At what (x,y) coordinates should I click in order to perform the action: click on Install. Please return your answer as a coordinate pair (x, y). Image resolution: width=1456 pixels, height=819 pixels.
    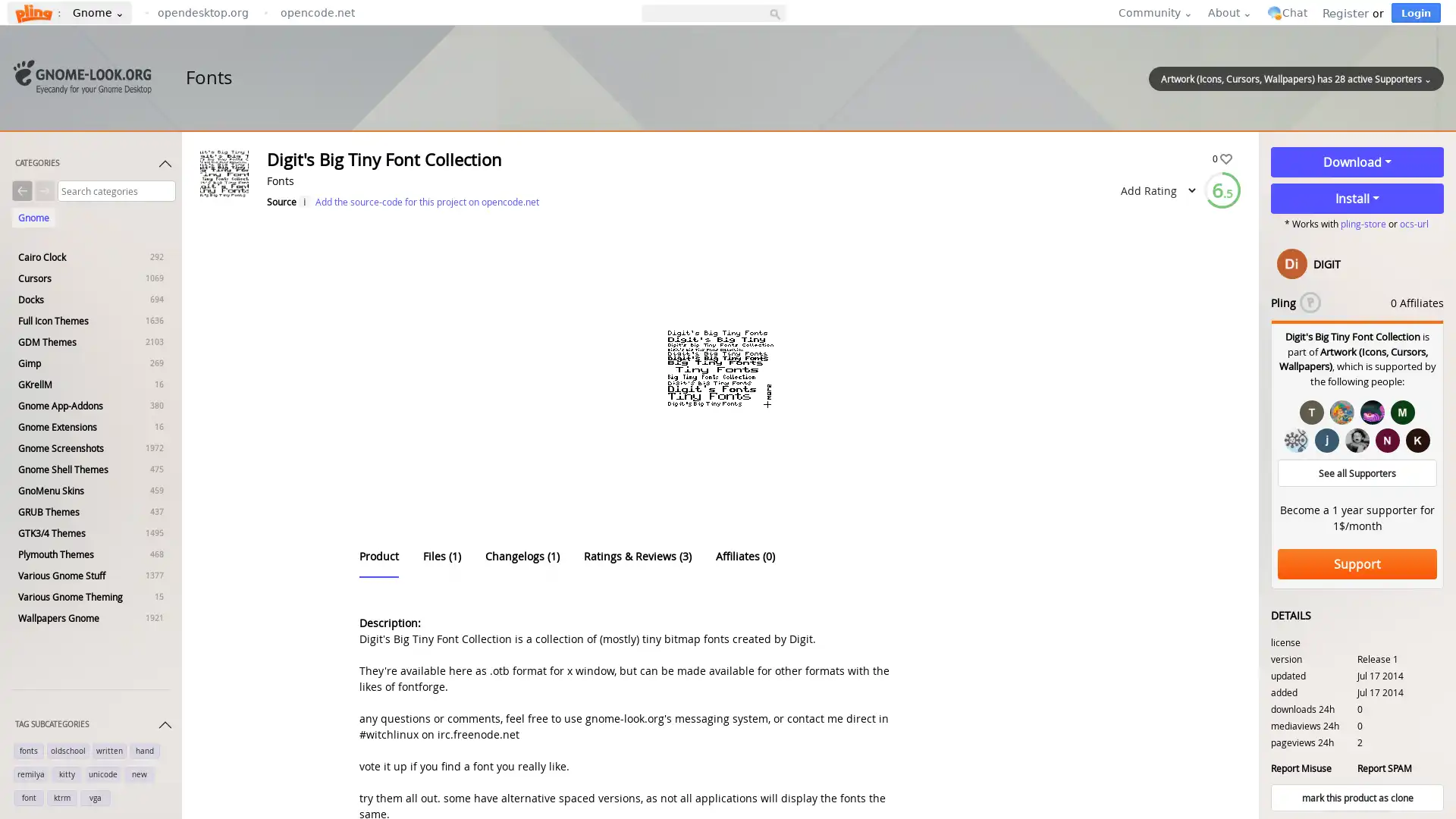
    Looking at the image, I should click on (1357, 198).